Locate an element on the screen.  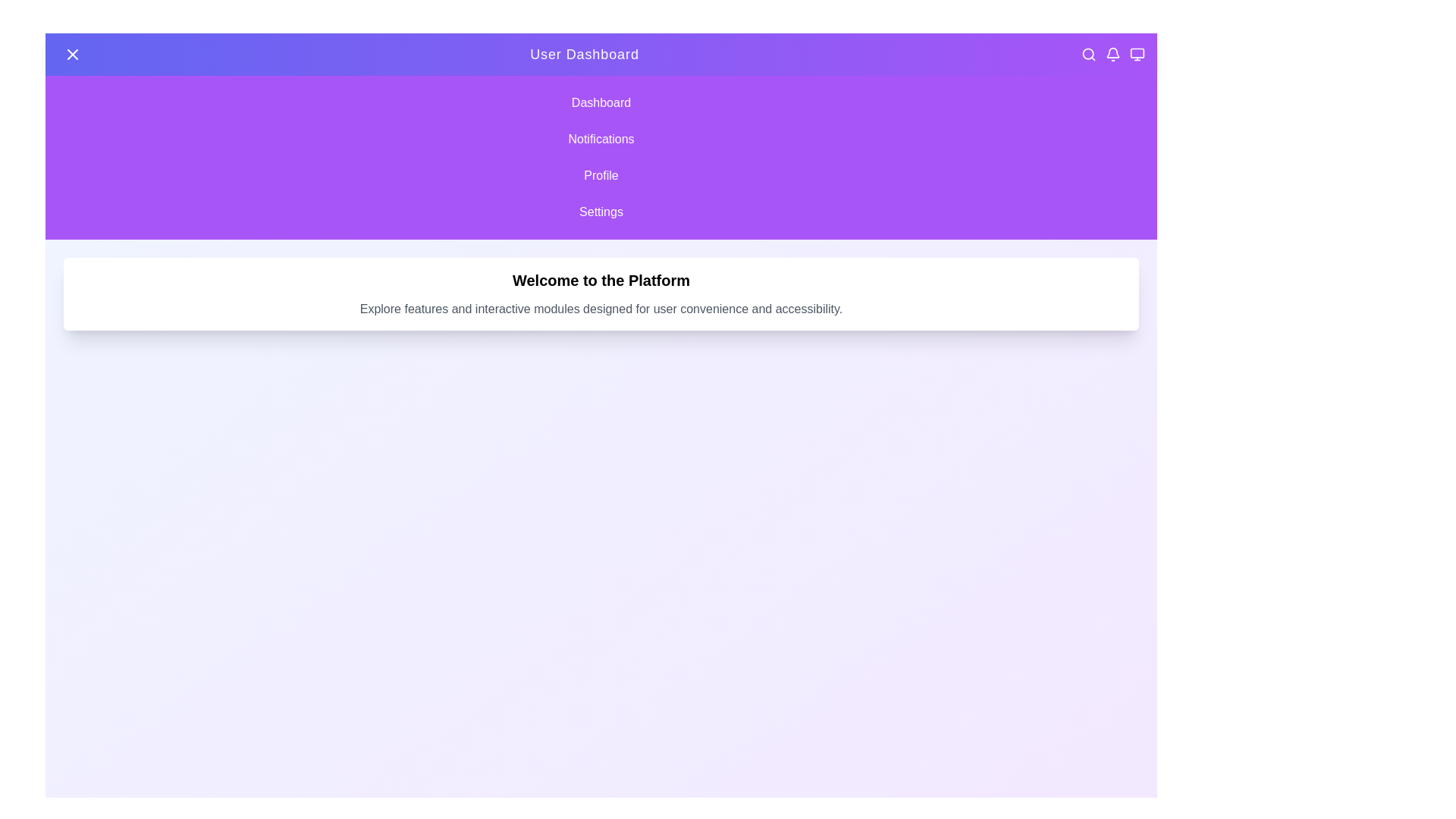
the button with the 'X' or 'Menu' icon to toggle the side menu visibility is located at coordinates (72, 54).